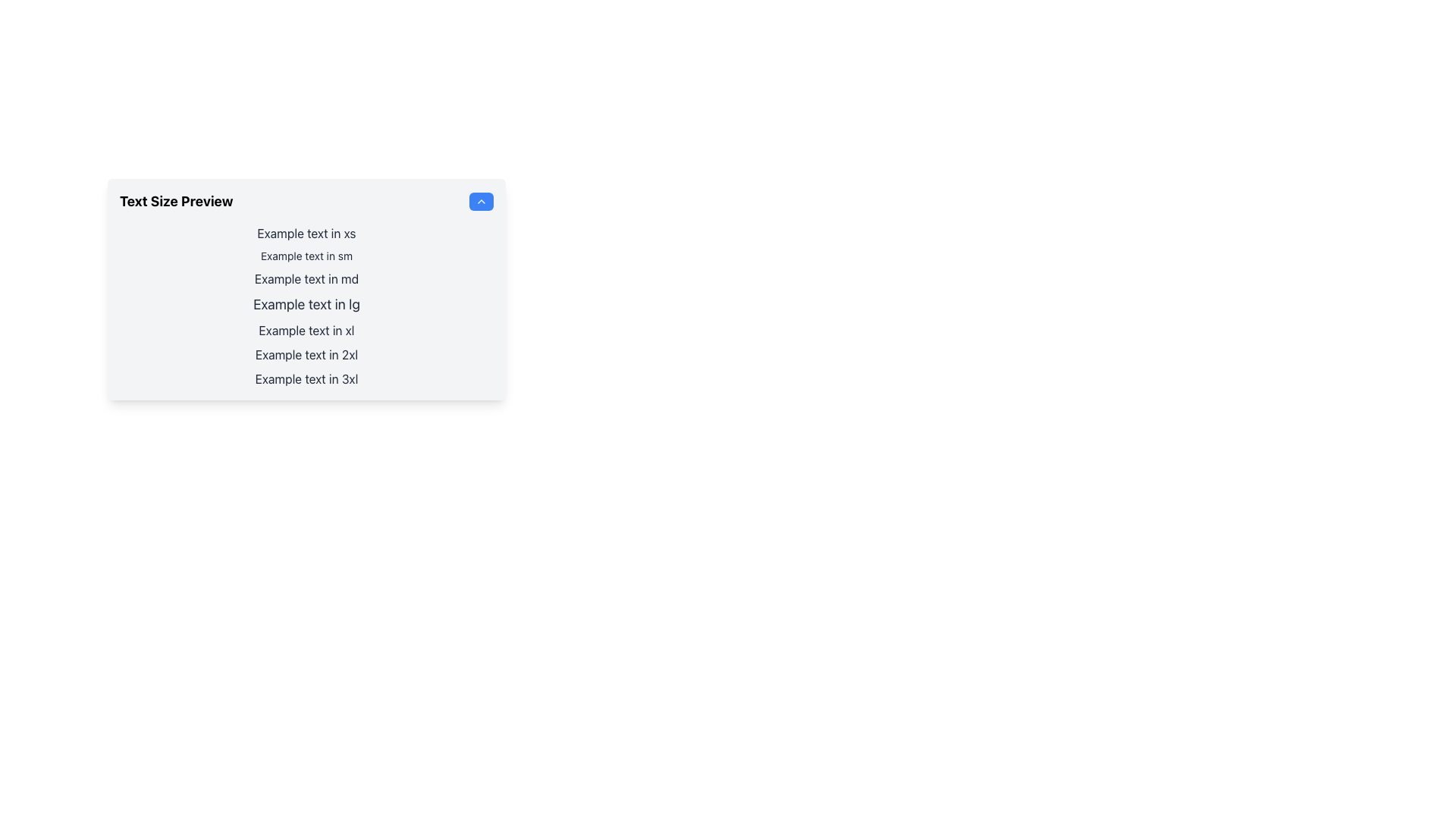  What do you see at coordinates (306, 354) in the screenshot?
I see `the text element styled with font size '2xl' located in the 'Text Size Preview' section, positioned between 'Example text in xl' and 'Example text in 3xl'` at bounding box center [306, 354].